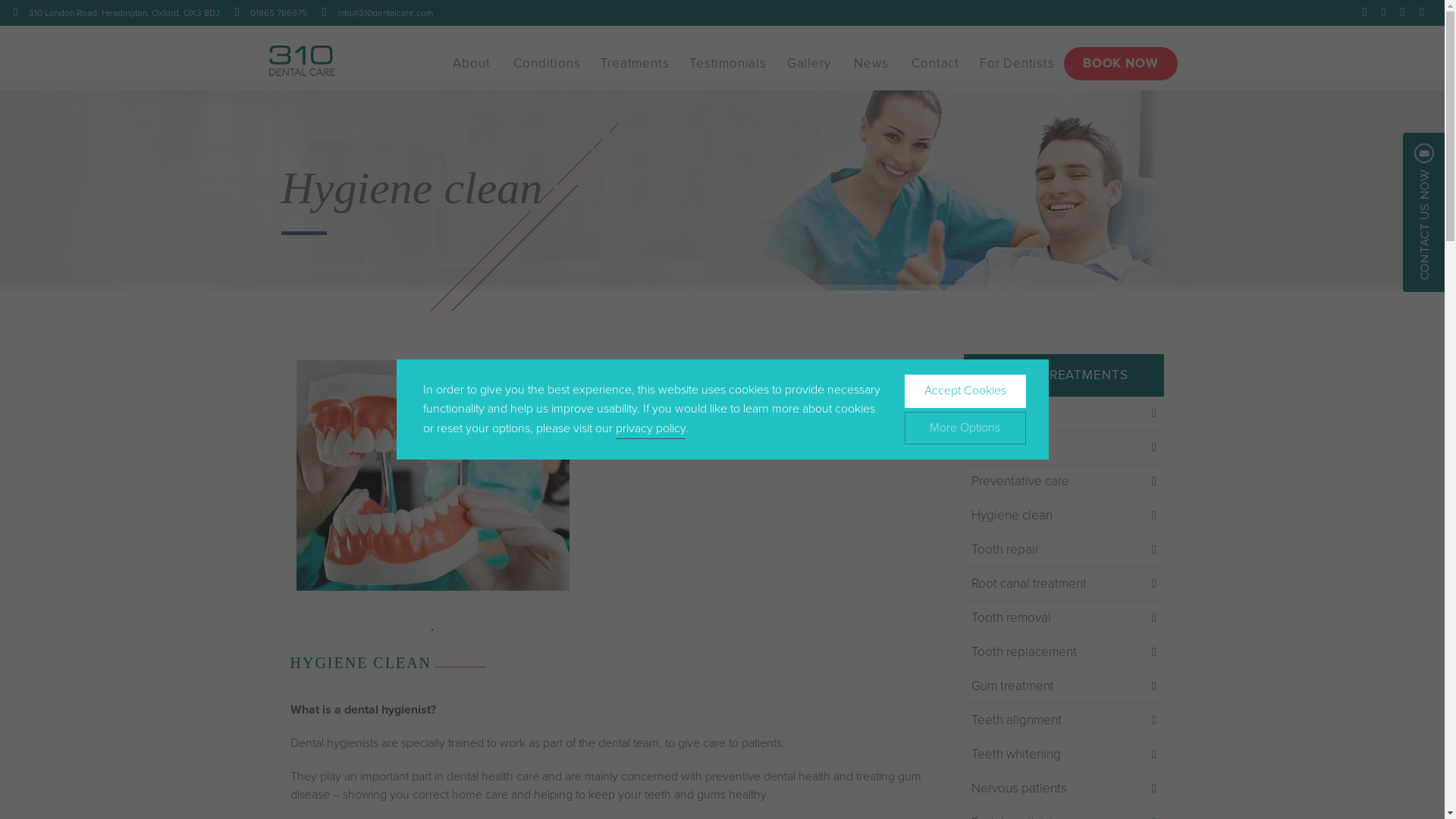 This screenshot has width=1456, height=819. What do you see at coordinates (1062, 550) in the screenshot?
I see `'Tooth repair'` at bounding box center [1062, 550].